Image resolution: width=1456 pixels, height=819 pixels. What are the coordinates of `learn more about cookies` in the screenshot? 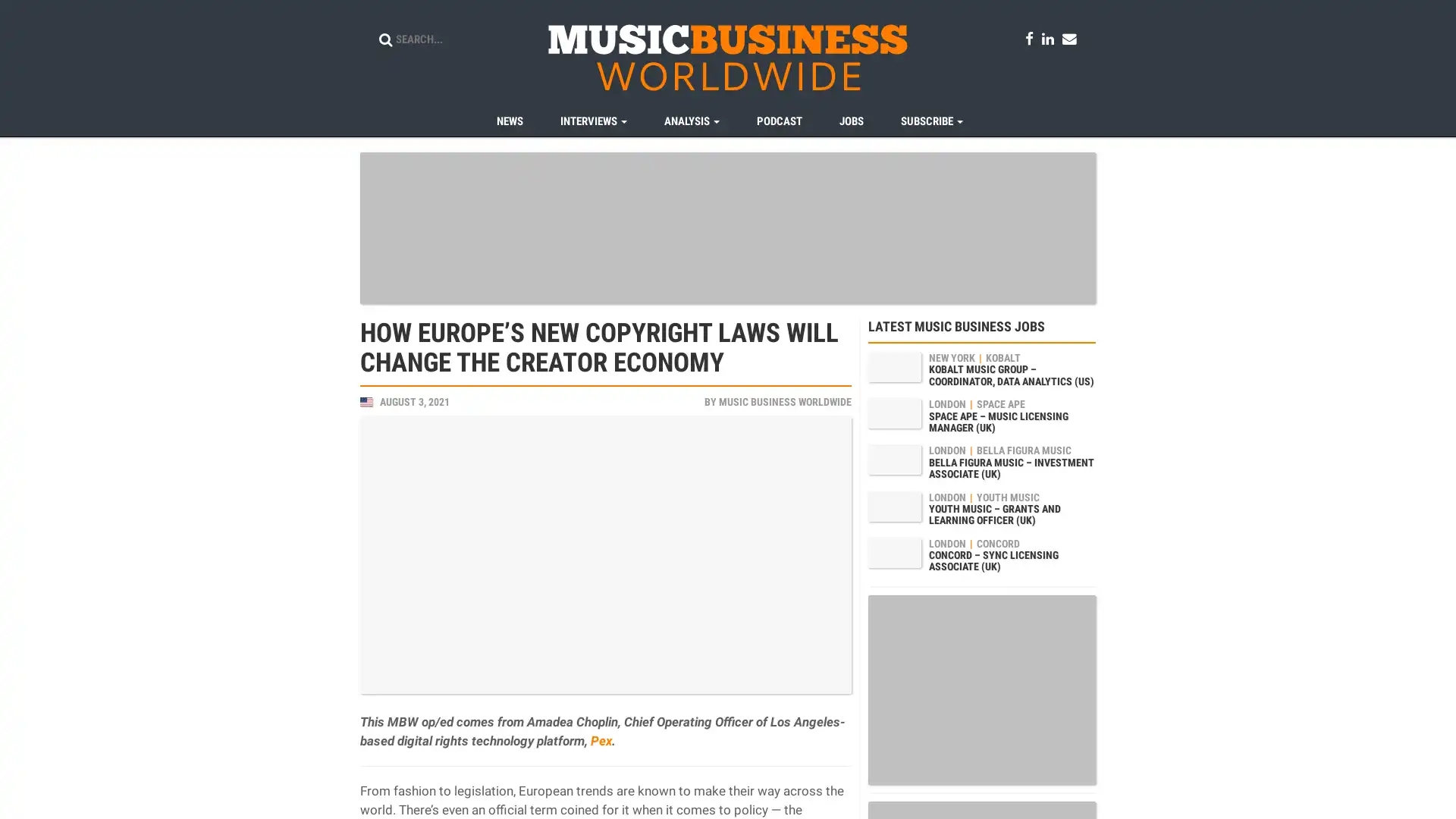 It's located at (485, 792).